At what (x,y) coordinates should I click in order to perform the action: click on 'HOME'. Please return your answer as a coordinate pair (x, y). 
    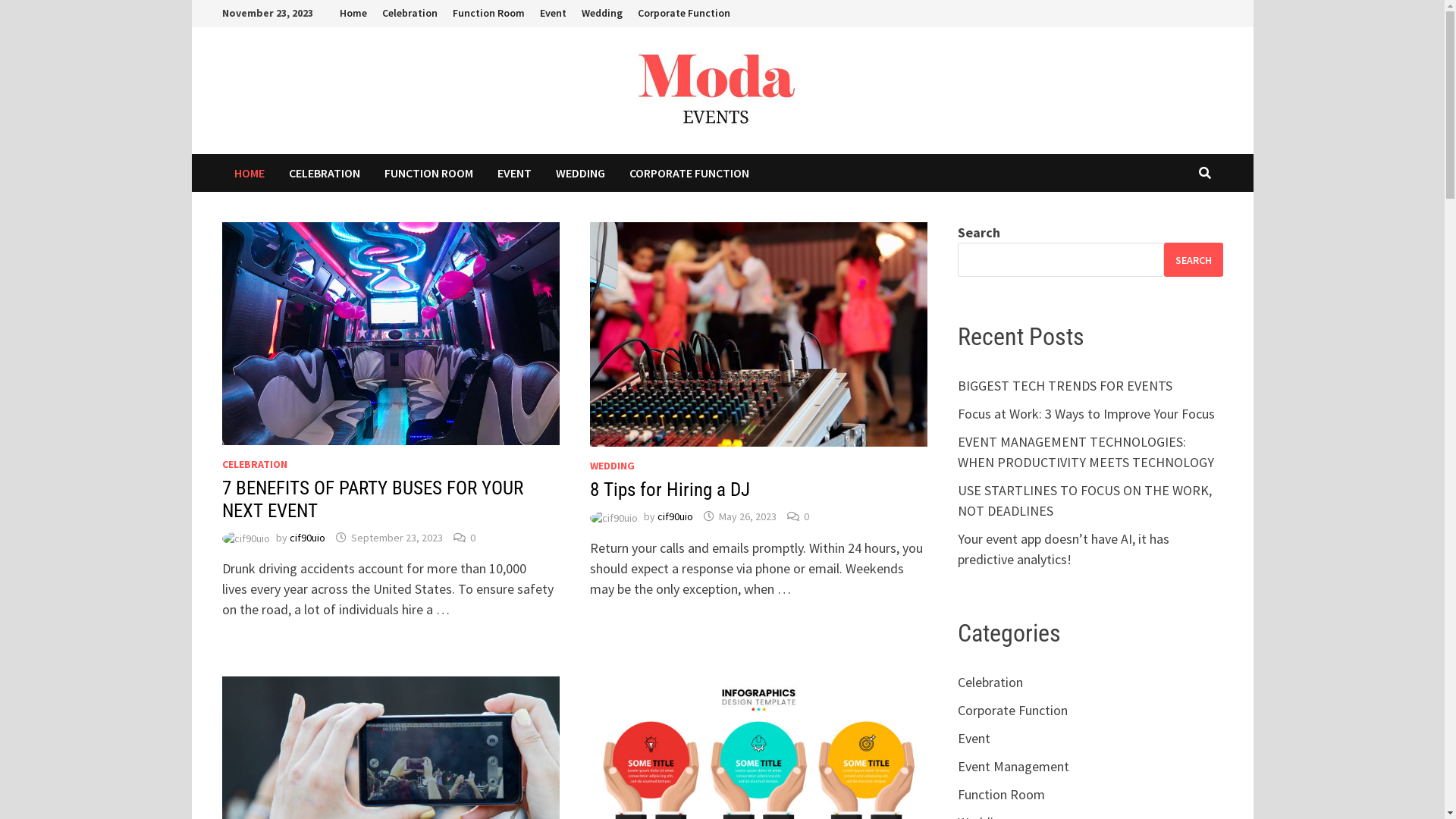
    Looking at the image, I should click on (221, 171).